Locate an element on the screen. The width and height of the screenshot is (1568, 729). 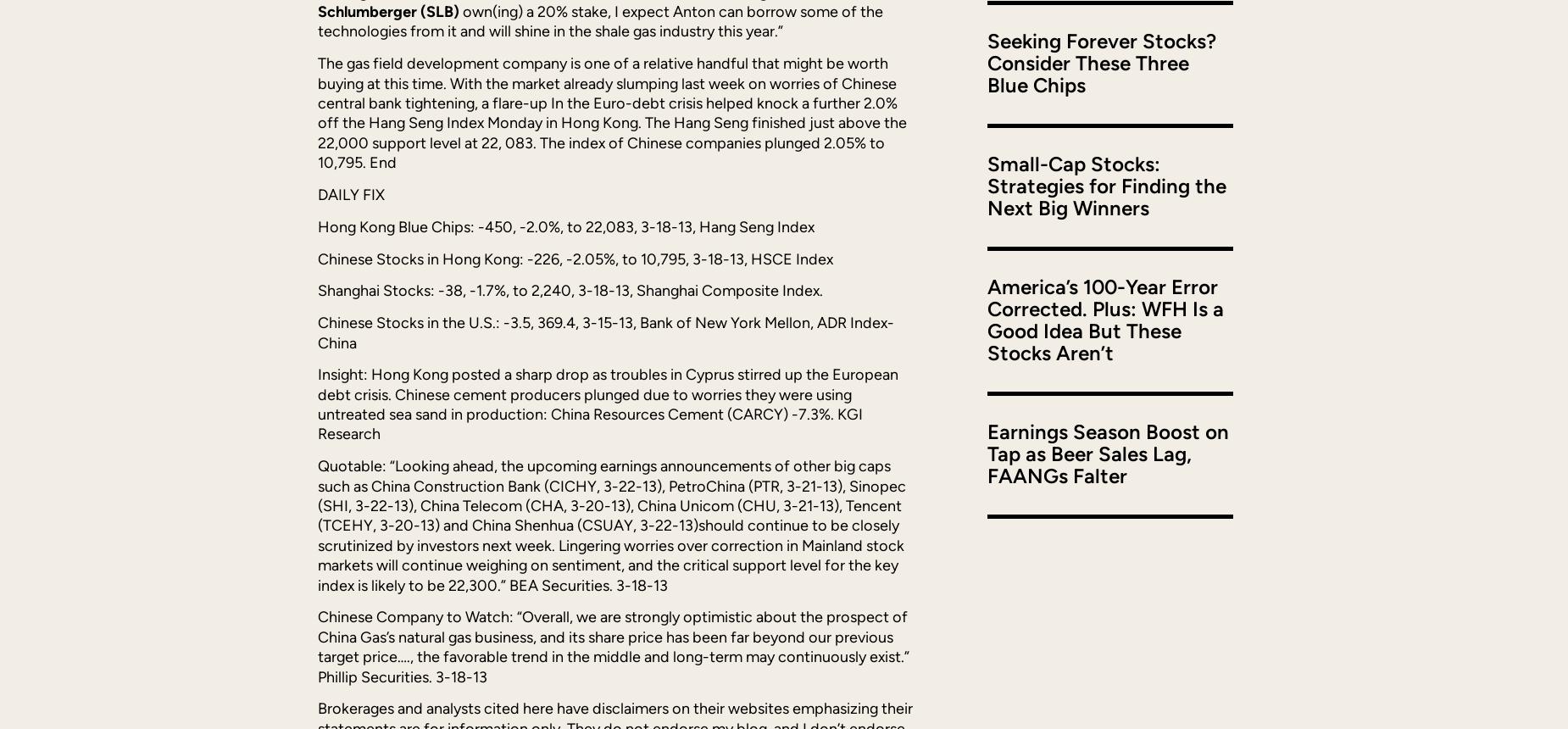
'Earnings Season Boost on Tap as Beer Sales Lag, FAANGs Falter' is located at coordinates (986, 452).